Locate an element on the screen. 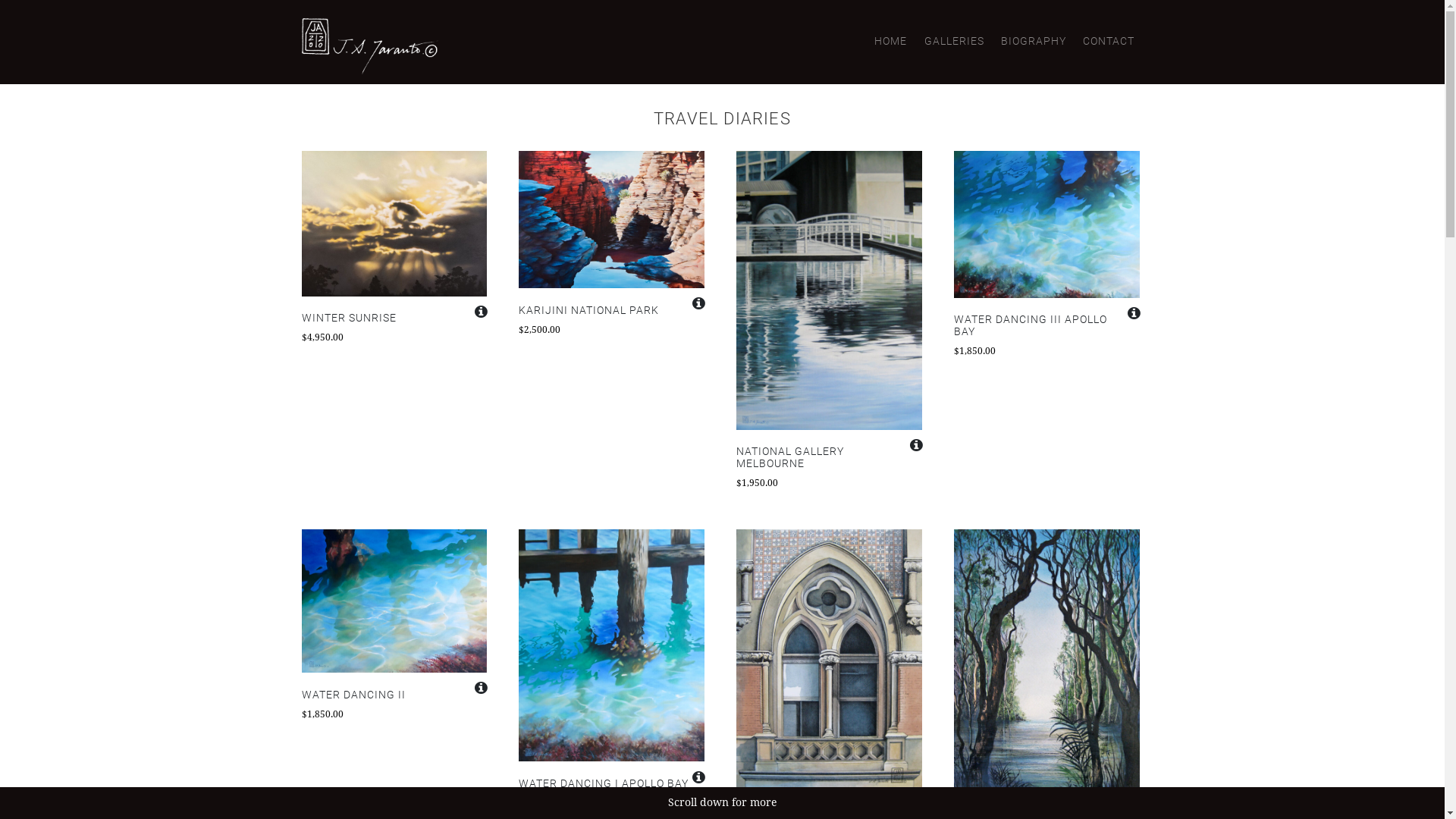 The height and width of the screenshot is (819, 1456). 'WINTER SUNRISE' is located at coordinates (394, 318).